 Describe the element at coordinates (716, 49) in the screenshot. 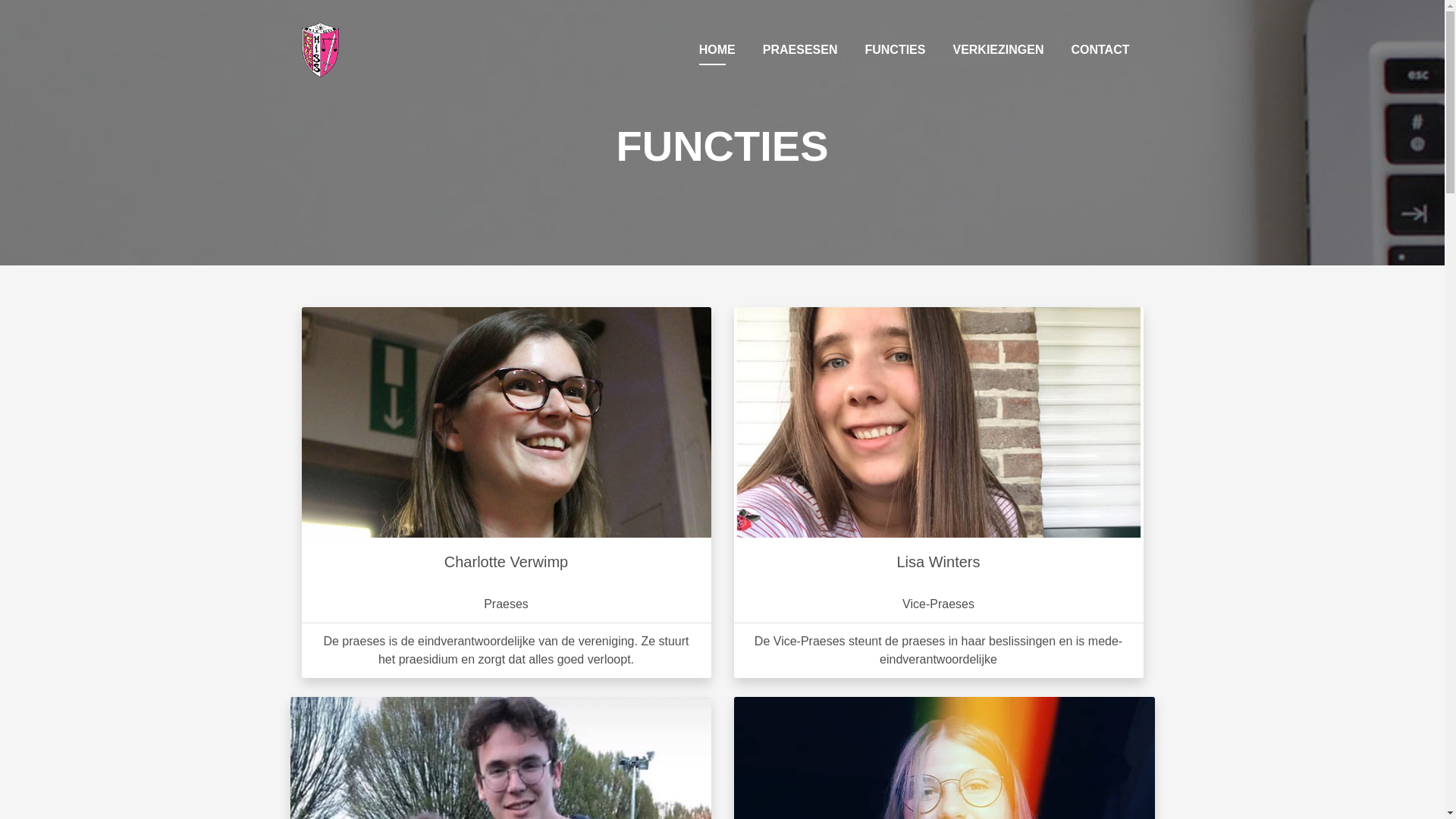

I see `'HOME'` at that location.